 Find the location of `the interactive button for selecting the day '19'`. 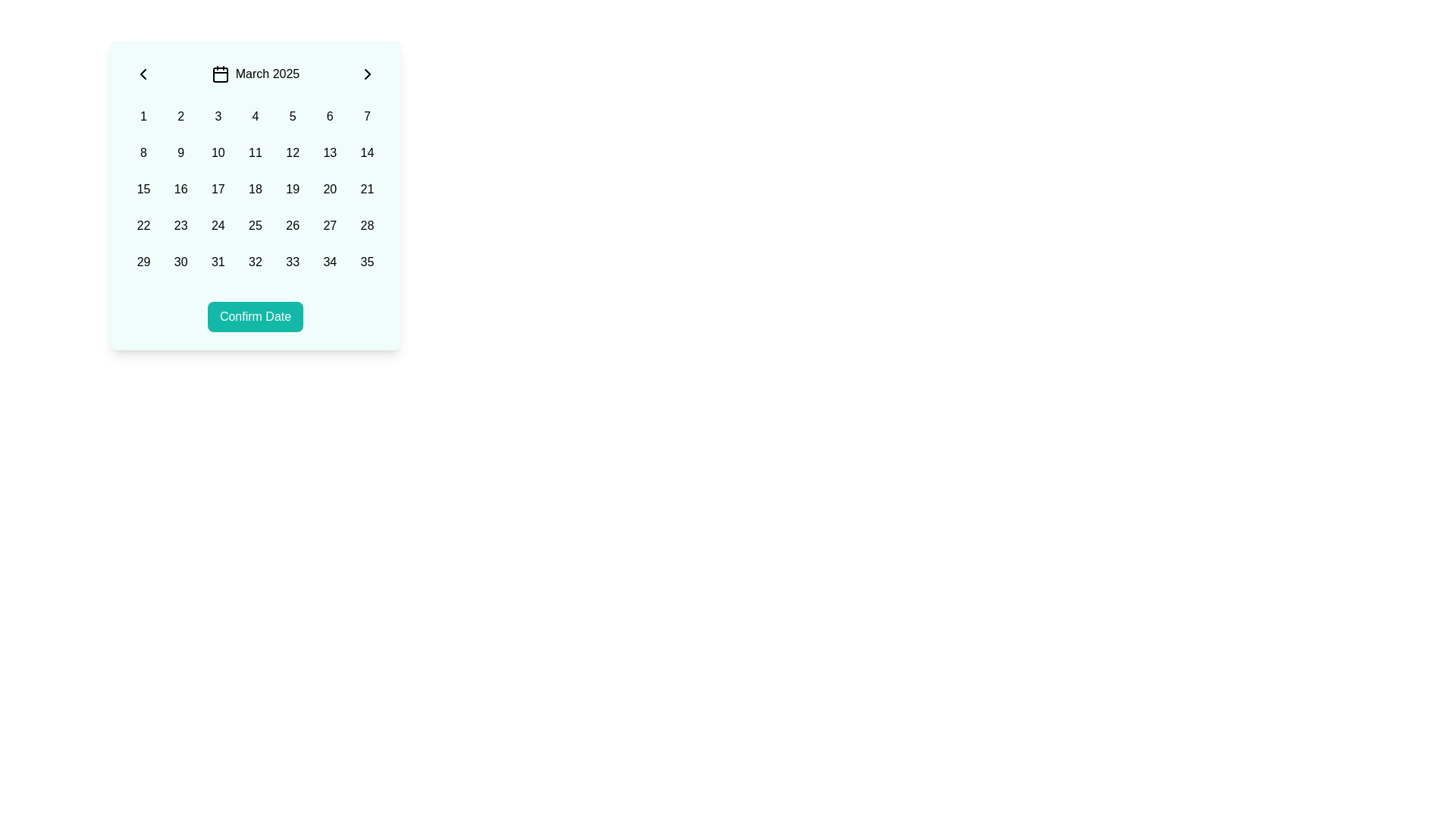

the interactive button for selecting the day '19' is located at coordinates (293, 189).